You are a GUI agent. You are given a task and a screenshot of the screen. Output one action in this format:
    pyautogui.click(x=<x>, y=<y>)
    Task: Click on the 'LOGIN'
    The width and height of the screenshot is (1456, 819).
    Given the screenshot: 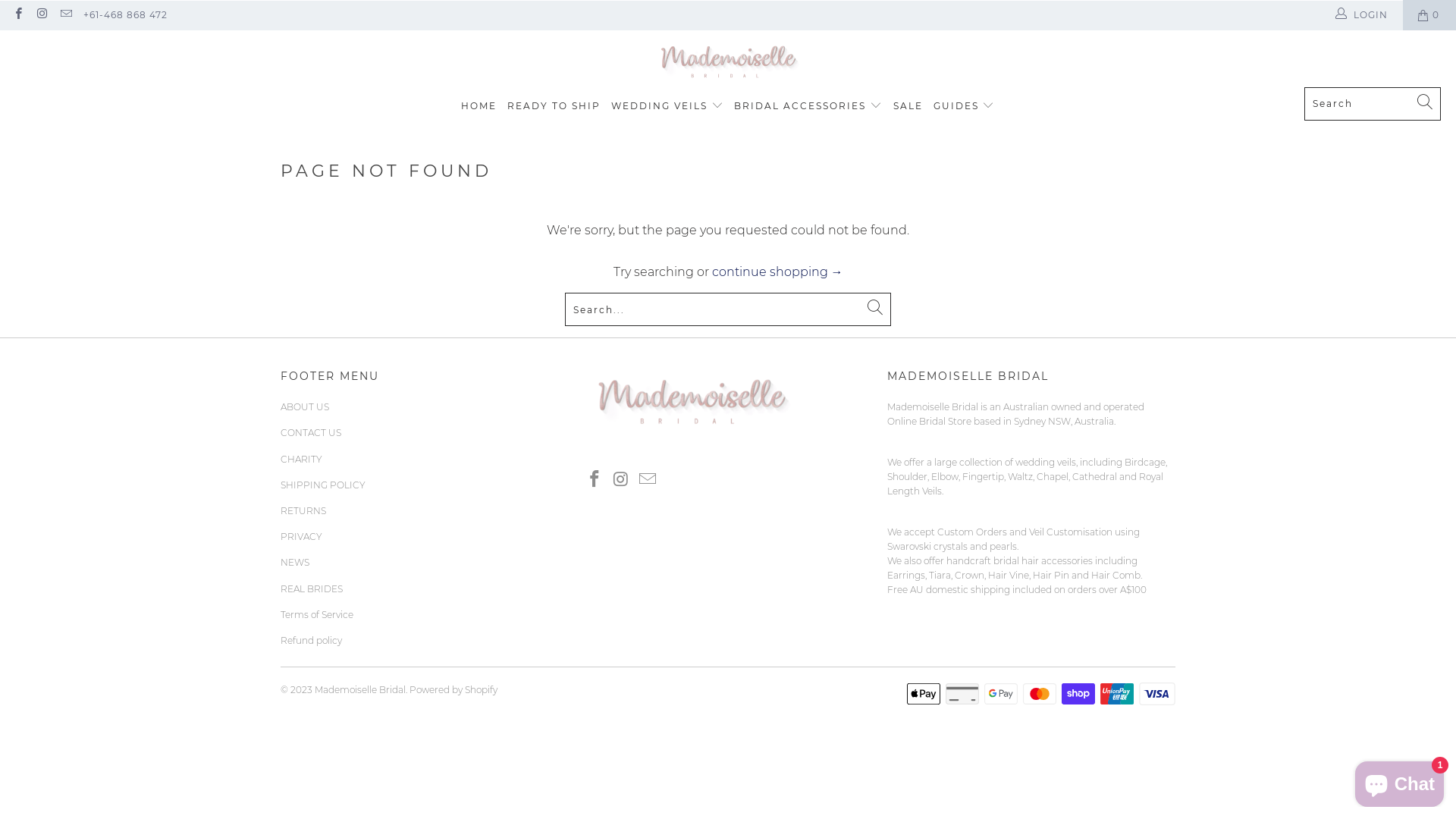 What is the action you would take?
    pyautogui.click(x=1362, y=14)
    